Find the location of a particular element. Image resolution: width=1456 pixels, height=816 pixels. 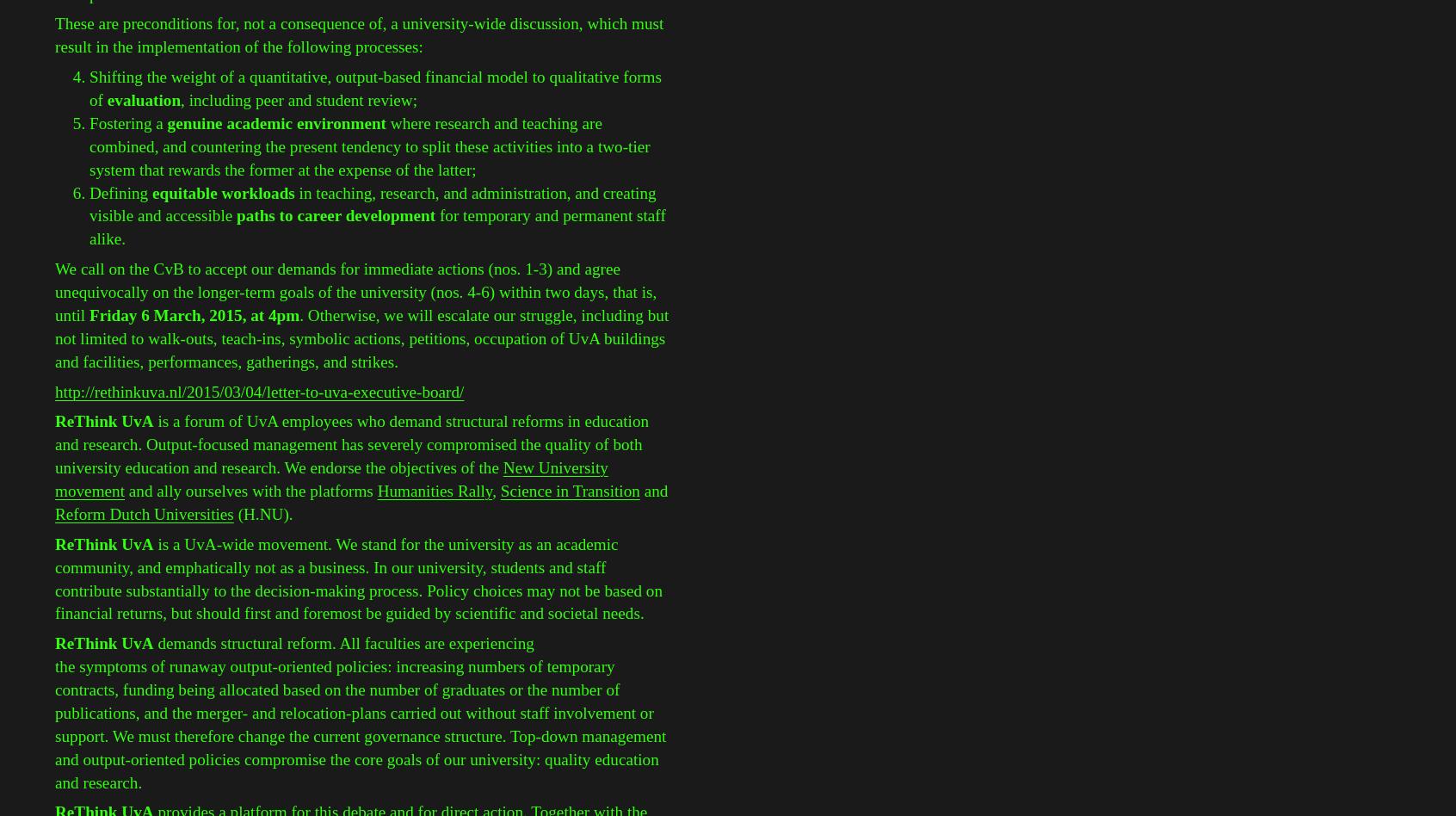

'Friday 6 March, 2015, at 4pm' is located at coordinates (194, 313).